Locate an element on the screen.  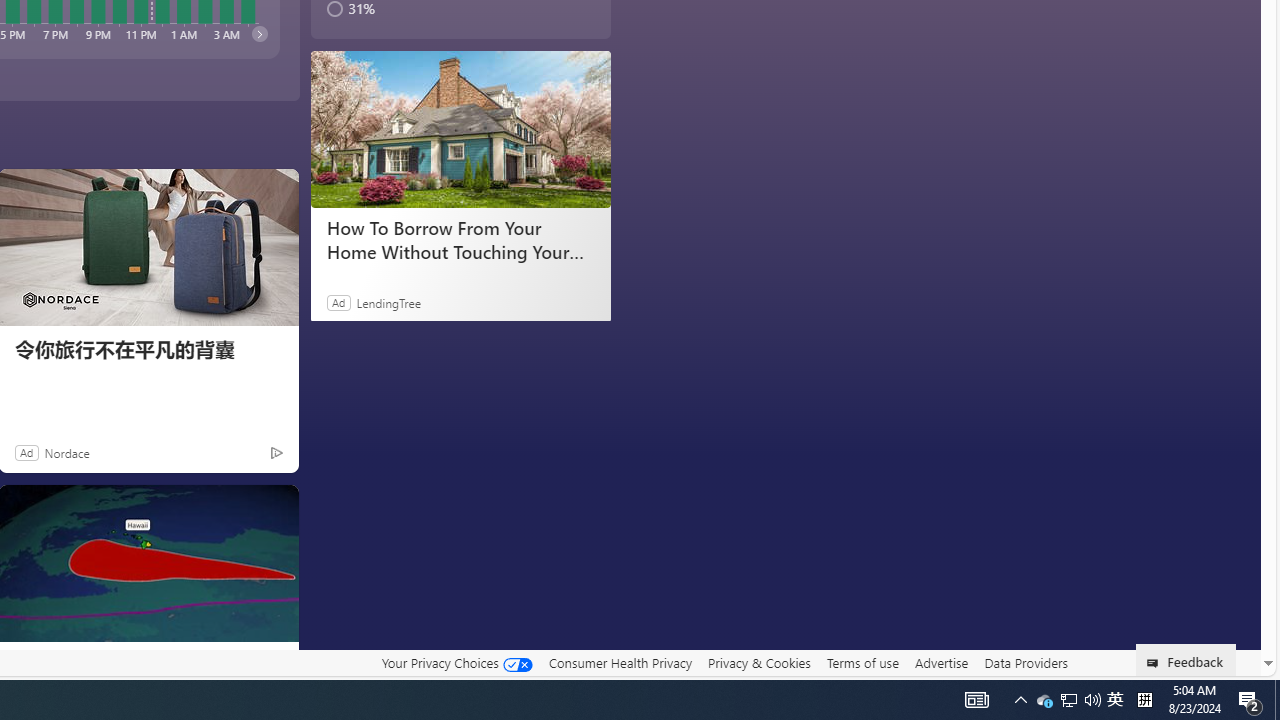
'Ad Choice' is located at coordinates (275, 452).